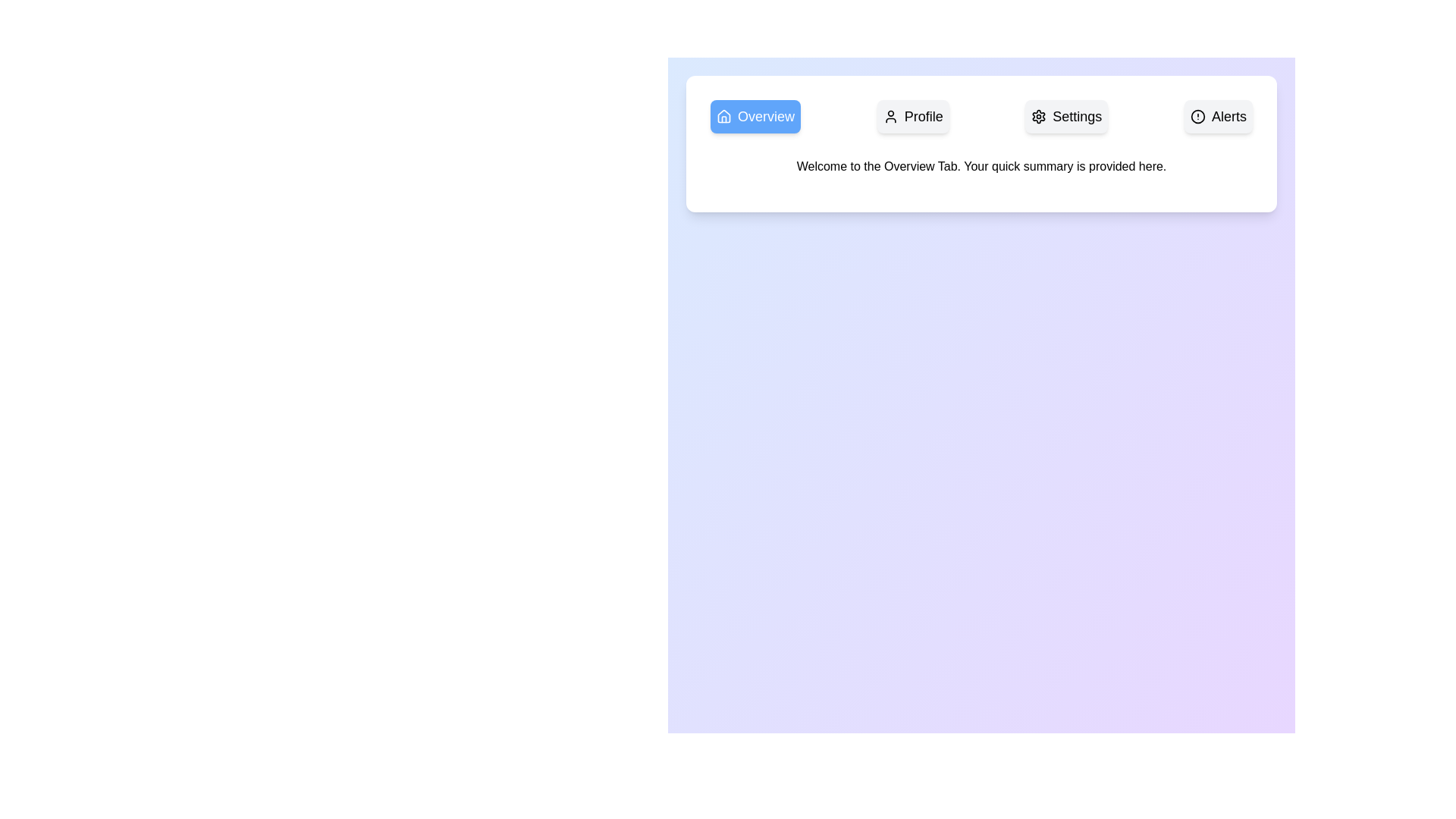 Image resolution: width=1456 pixels, height=819 pixels. Describe the element at coordinates (723, 116) in the screenshot. I see `the house-shaped SVG icon located at the leftmost position within the 'Overview' button group, which is styled in white against a blue background` at that location.